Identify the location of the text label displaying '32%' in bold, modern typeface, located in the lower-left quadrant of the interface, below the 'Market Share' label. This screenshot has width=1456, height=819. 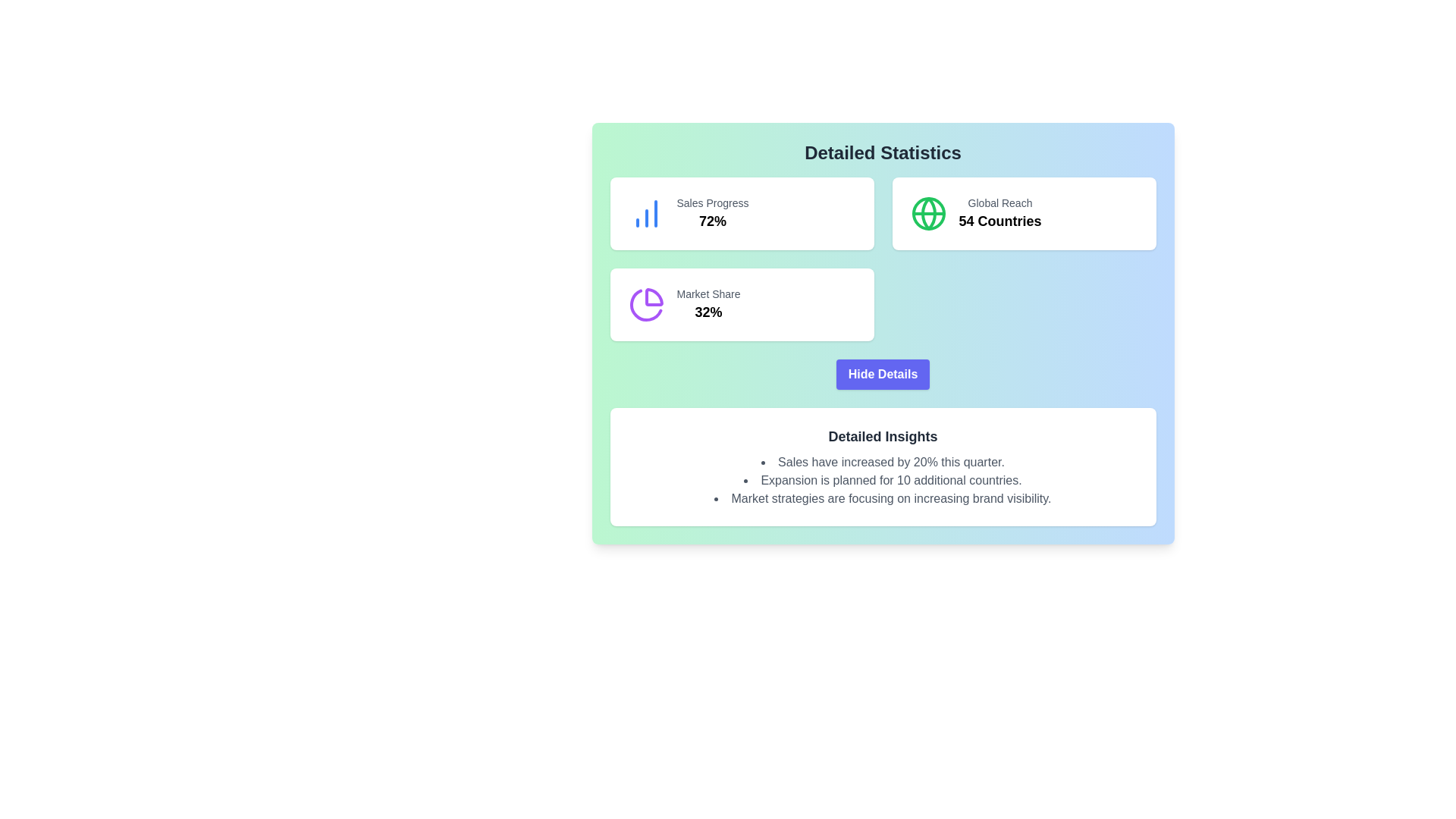
(708, 312).